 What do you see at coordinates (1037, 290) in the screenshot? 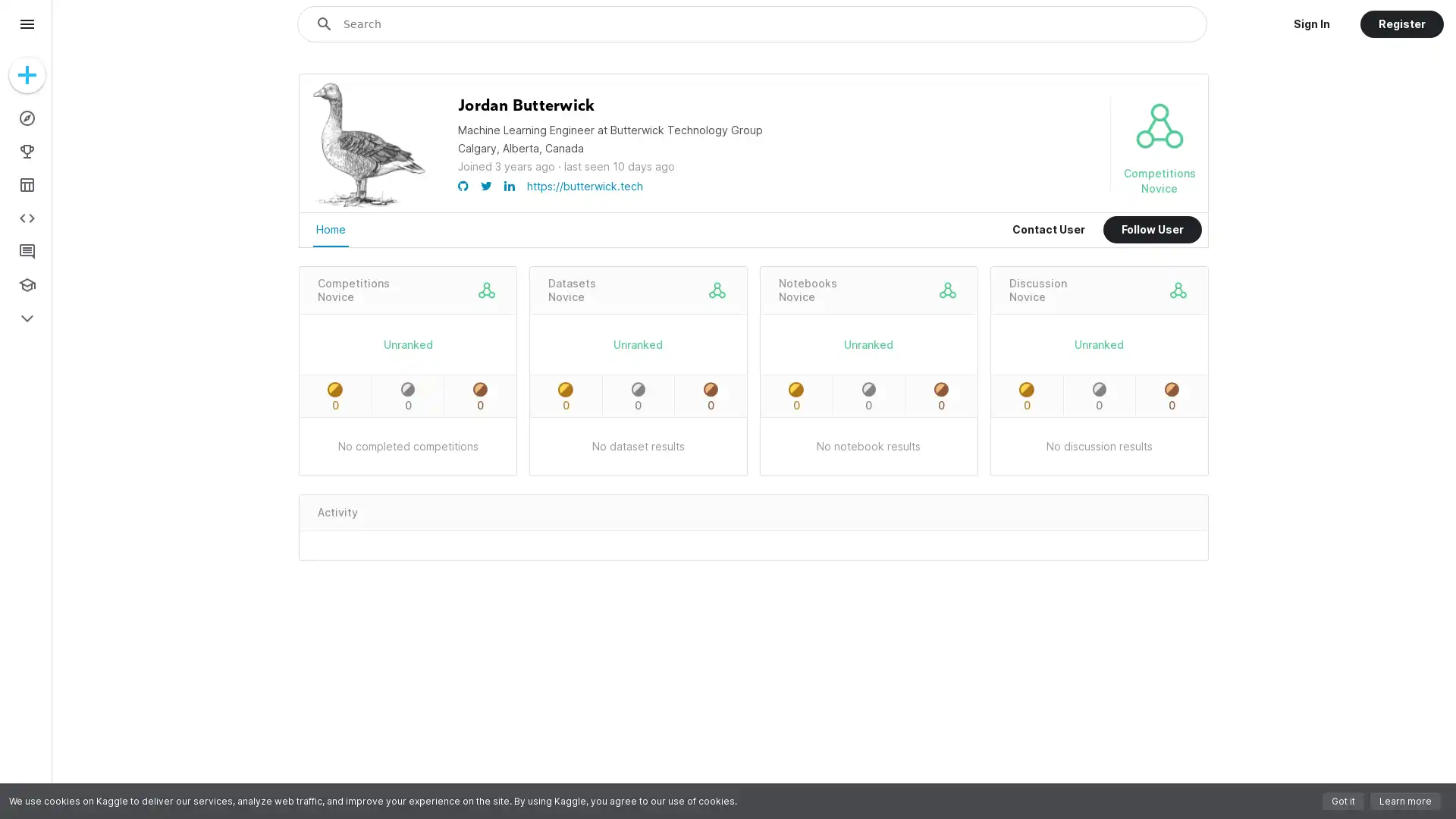
I see `Discussion Novice` at bounding box center [1037, 290].